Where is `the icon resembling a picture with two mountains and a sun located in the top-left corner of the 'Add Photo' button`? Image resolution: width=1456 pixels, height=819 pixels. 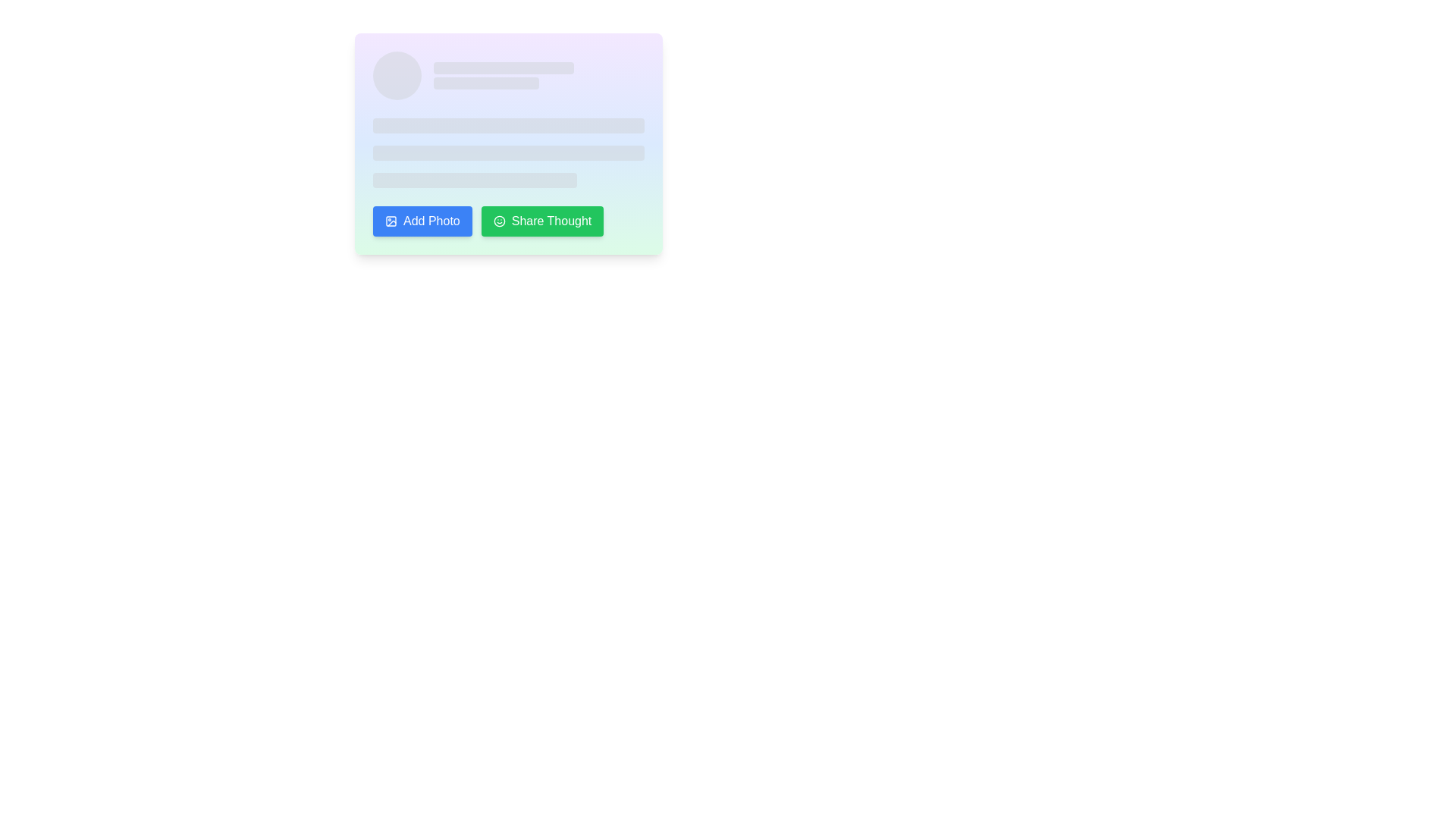 the icon resembling a picture with two mountains and a sun located in the top-left corner of the 'Add Photo' button is located at coordinates (391, 221).